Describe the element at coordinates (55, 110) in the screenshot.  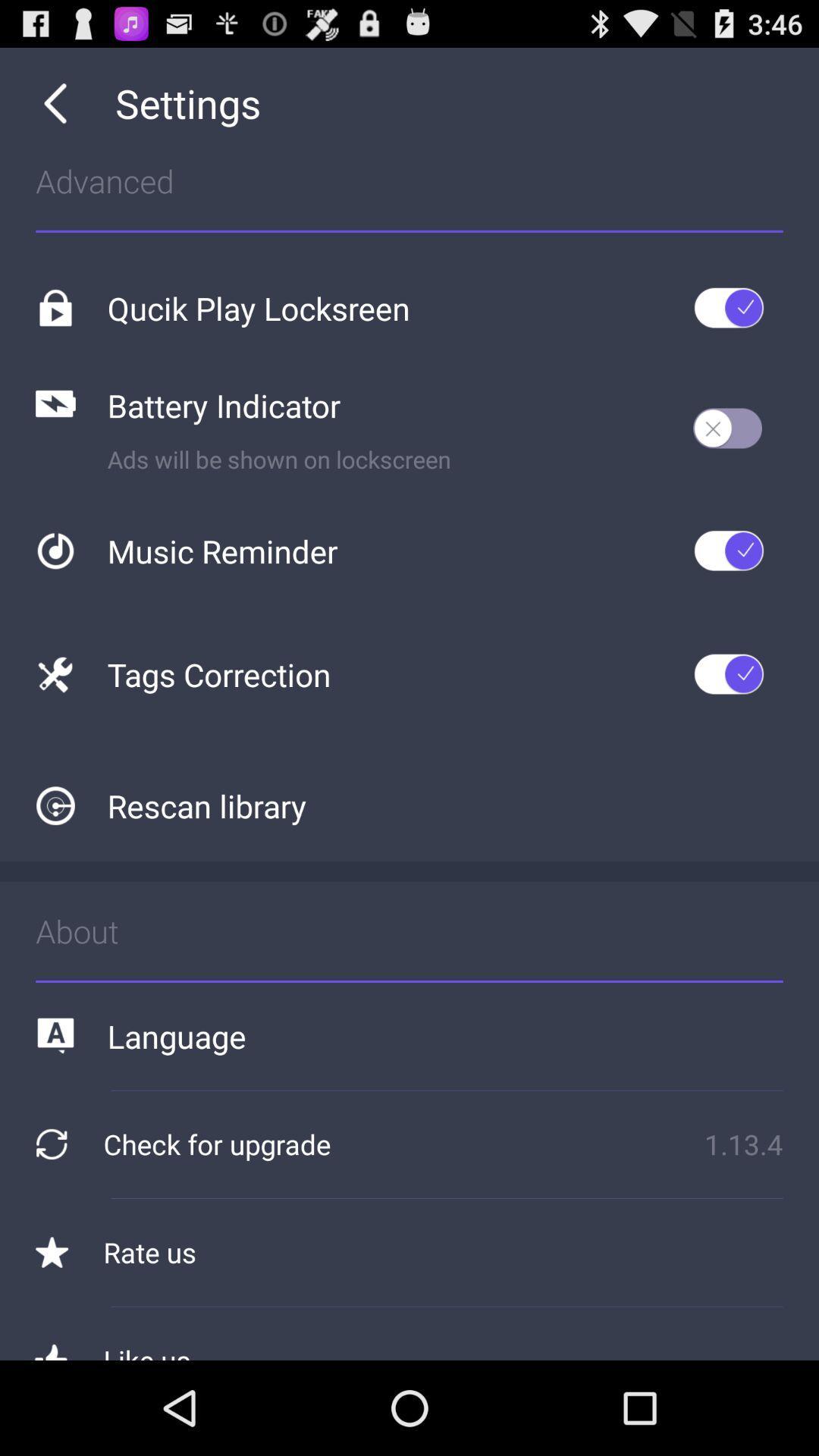
I see `the arrow_backward icon` at that location.